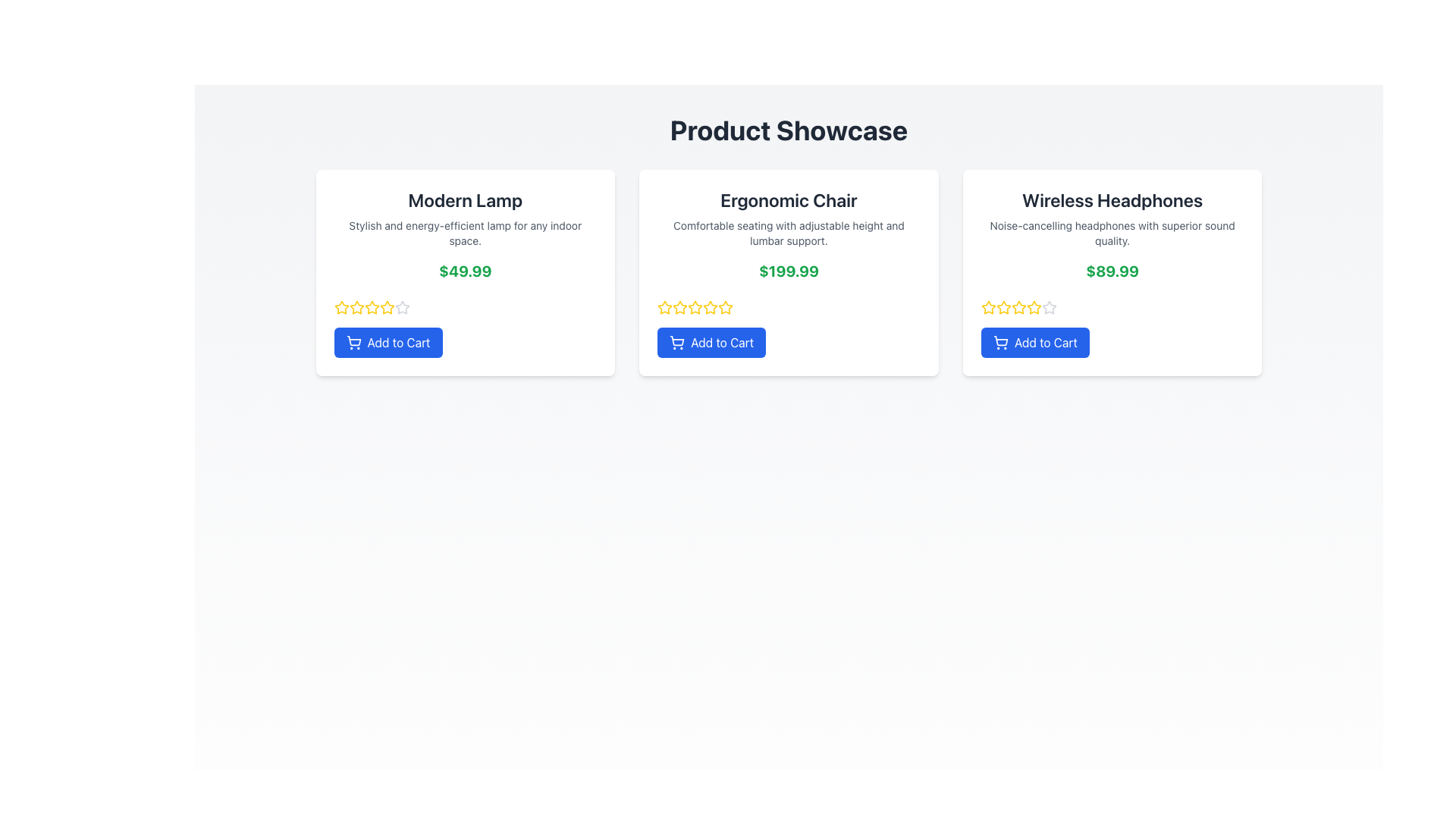  What do you see at coordinates (789, 234) in the screenshot?
I see `the descriptive text element that summarizes the features of the 'Ergonomic Chair', located below the product title and above the price` at bounding box center [789, 234].